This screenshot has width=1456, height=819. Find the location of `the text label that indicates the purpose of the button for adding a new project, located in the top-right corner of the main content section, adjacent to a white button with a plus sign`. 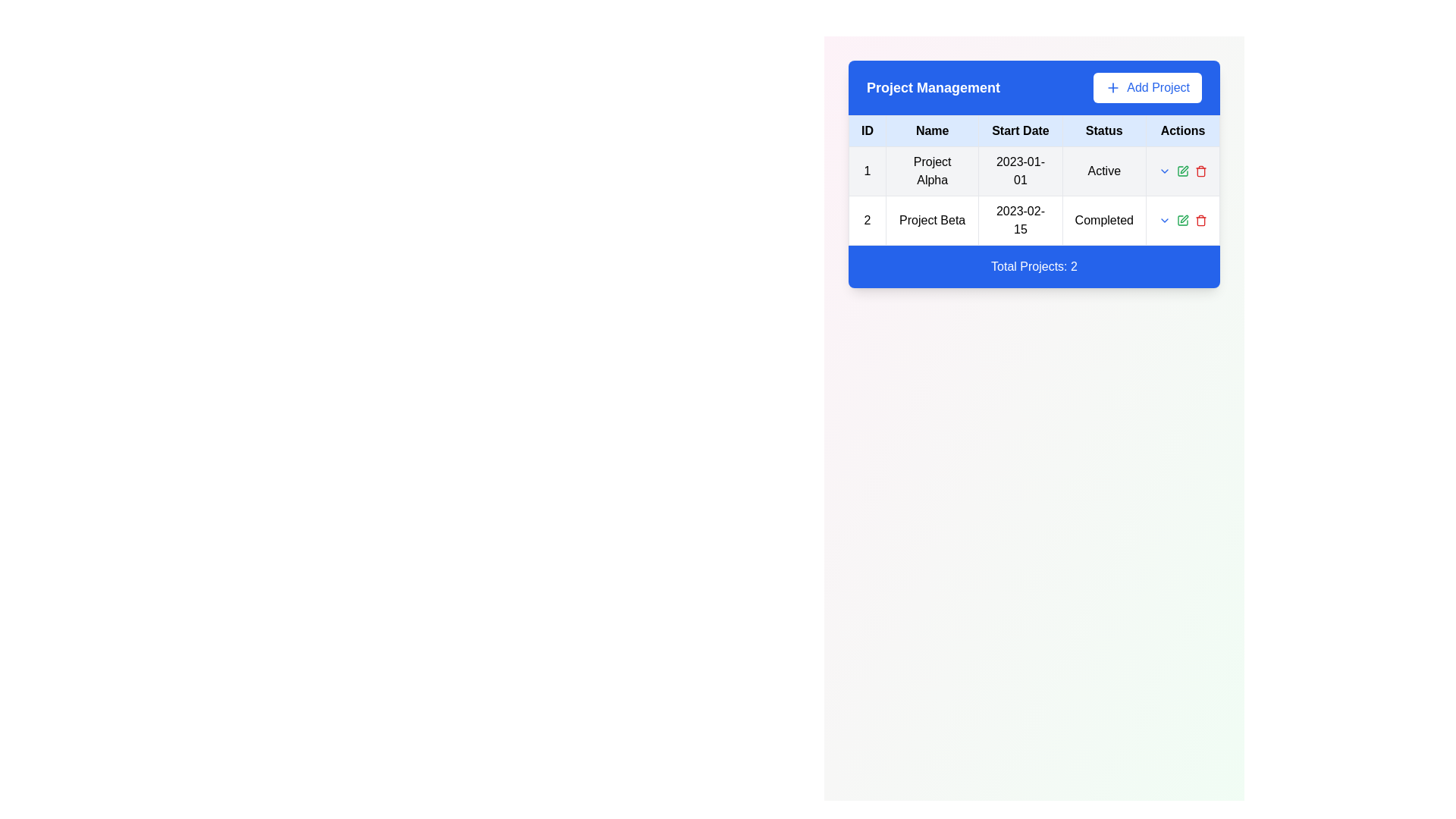

the text label that indicates the purpose of the button for adding a new project, located in the top-right corner of the main content section, adjacent to a white button with a plus sign is located at coordinates (1157, 87).